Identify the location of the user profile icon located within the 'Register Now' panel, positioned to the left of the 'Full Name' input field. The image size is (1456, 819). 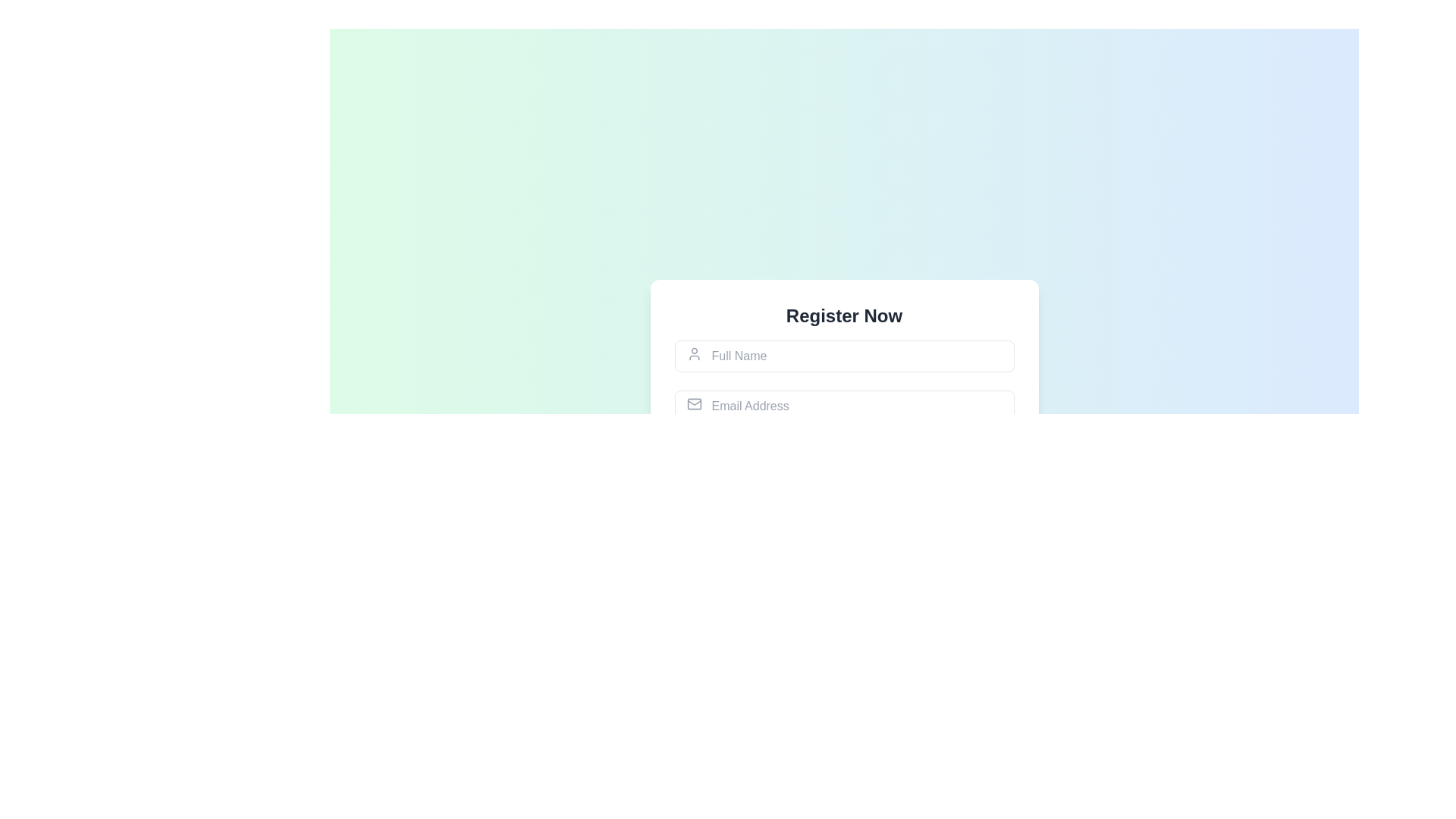
(693, 353).